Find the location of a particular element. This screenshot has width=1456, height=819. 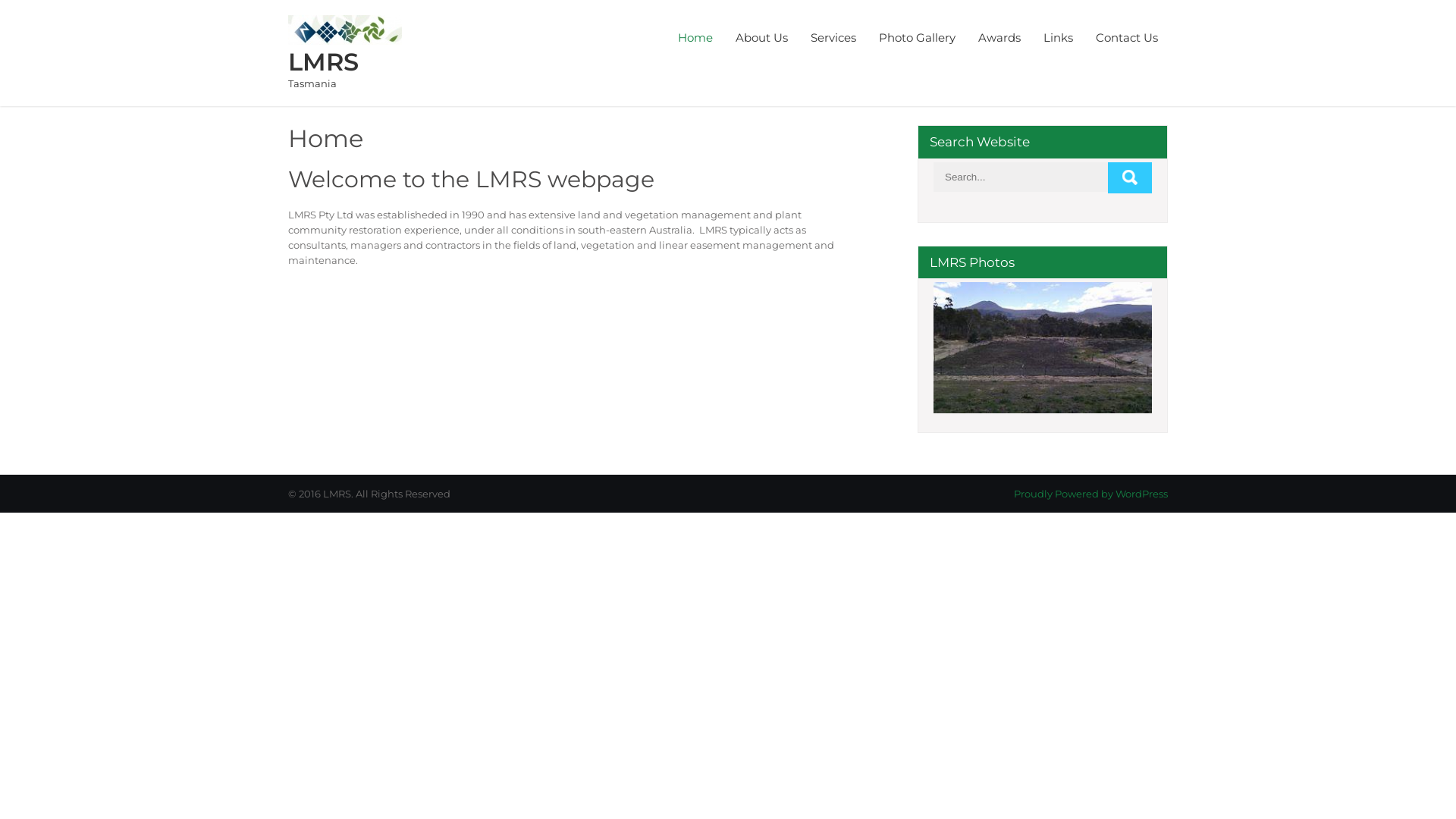

'Services' is located at coordinates (833, 37).